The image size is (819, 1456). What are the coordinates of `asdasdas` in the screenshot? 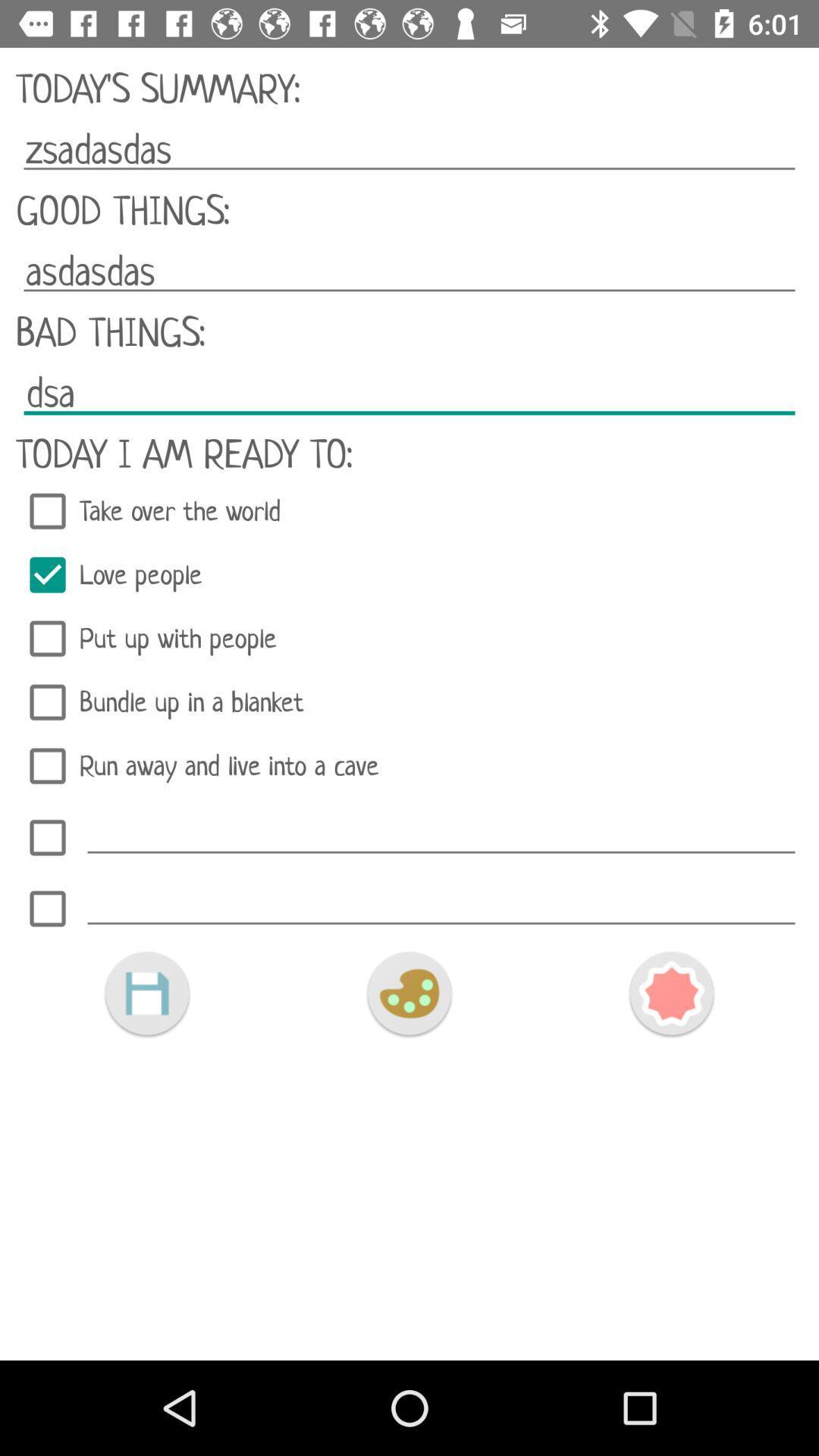 It's located at (409, 271).